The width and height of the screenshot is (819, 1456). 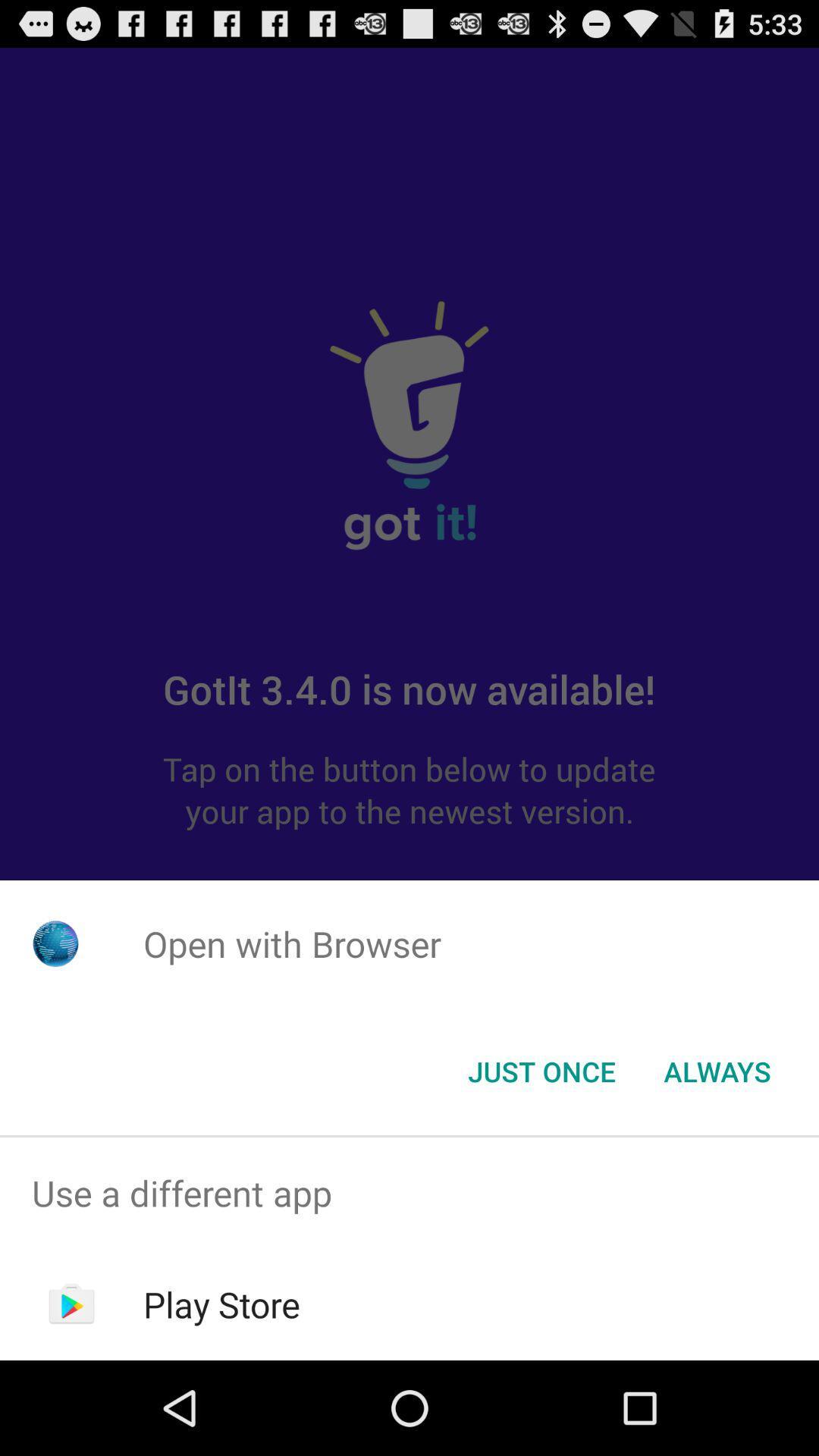 What do you see at coordinates (409, 1192) in the screenshot?
I see `use a different icon` at bounding box center [409, 1192].